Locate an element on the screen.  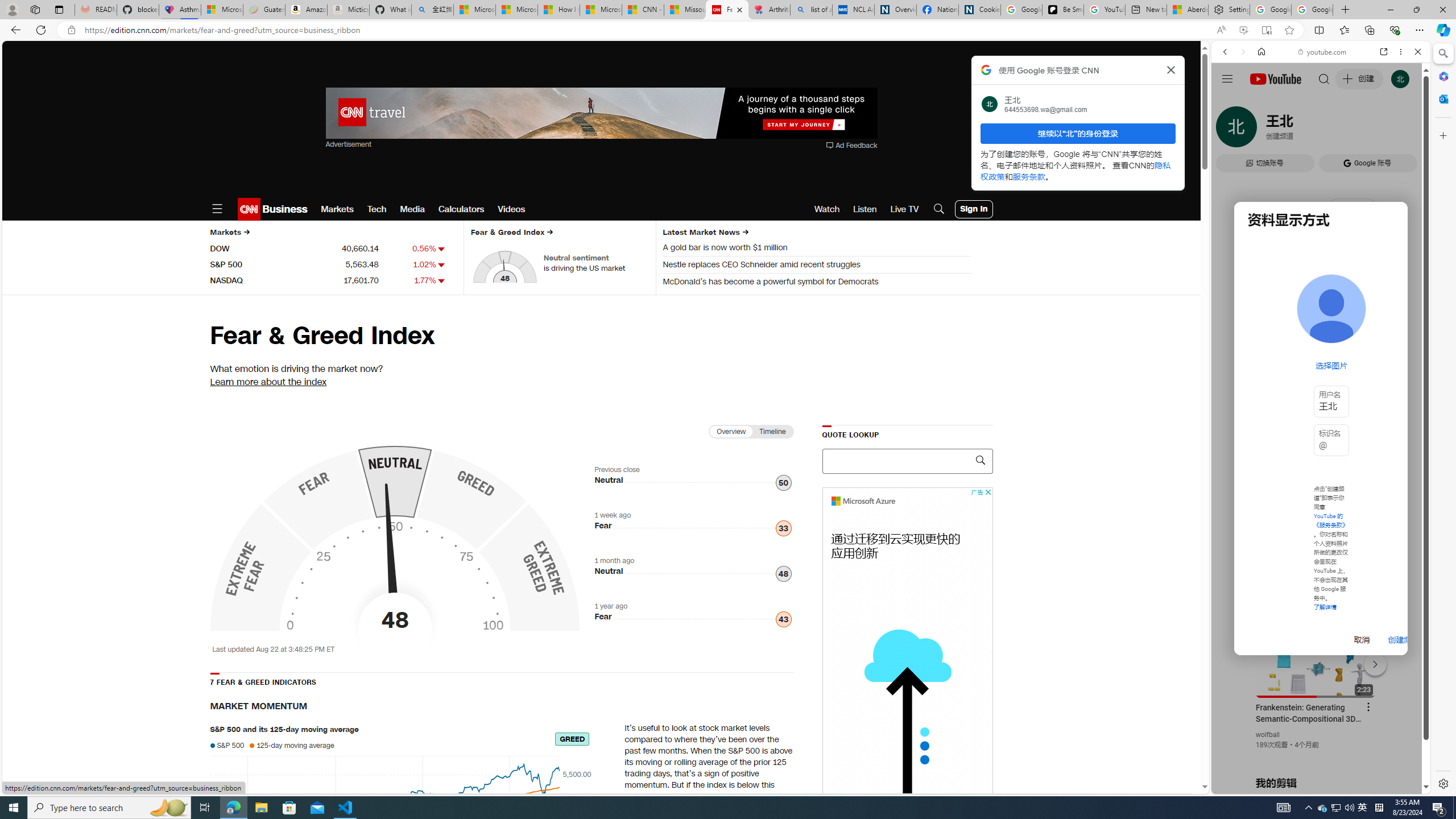
'Class: icon-ui-search' is located at coordinates (979, 460).